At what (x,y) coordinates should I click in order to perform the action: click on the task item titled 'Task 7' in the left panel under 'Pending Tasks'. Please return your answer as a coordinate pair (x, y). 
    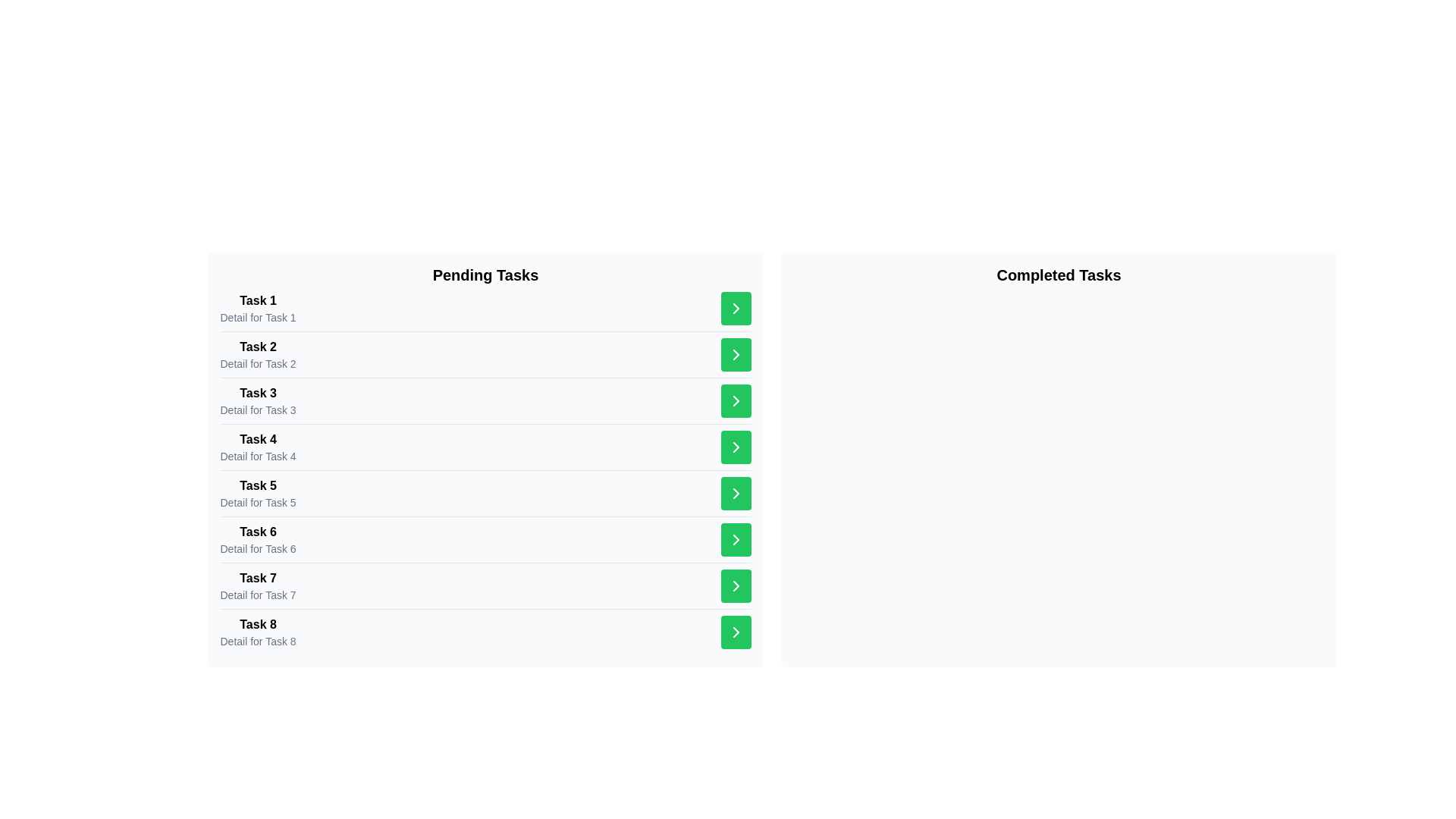
    Looking at the image, I should click on (485, 585).